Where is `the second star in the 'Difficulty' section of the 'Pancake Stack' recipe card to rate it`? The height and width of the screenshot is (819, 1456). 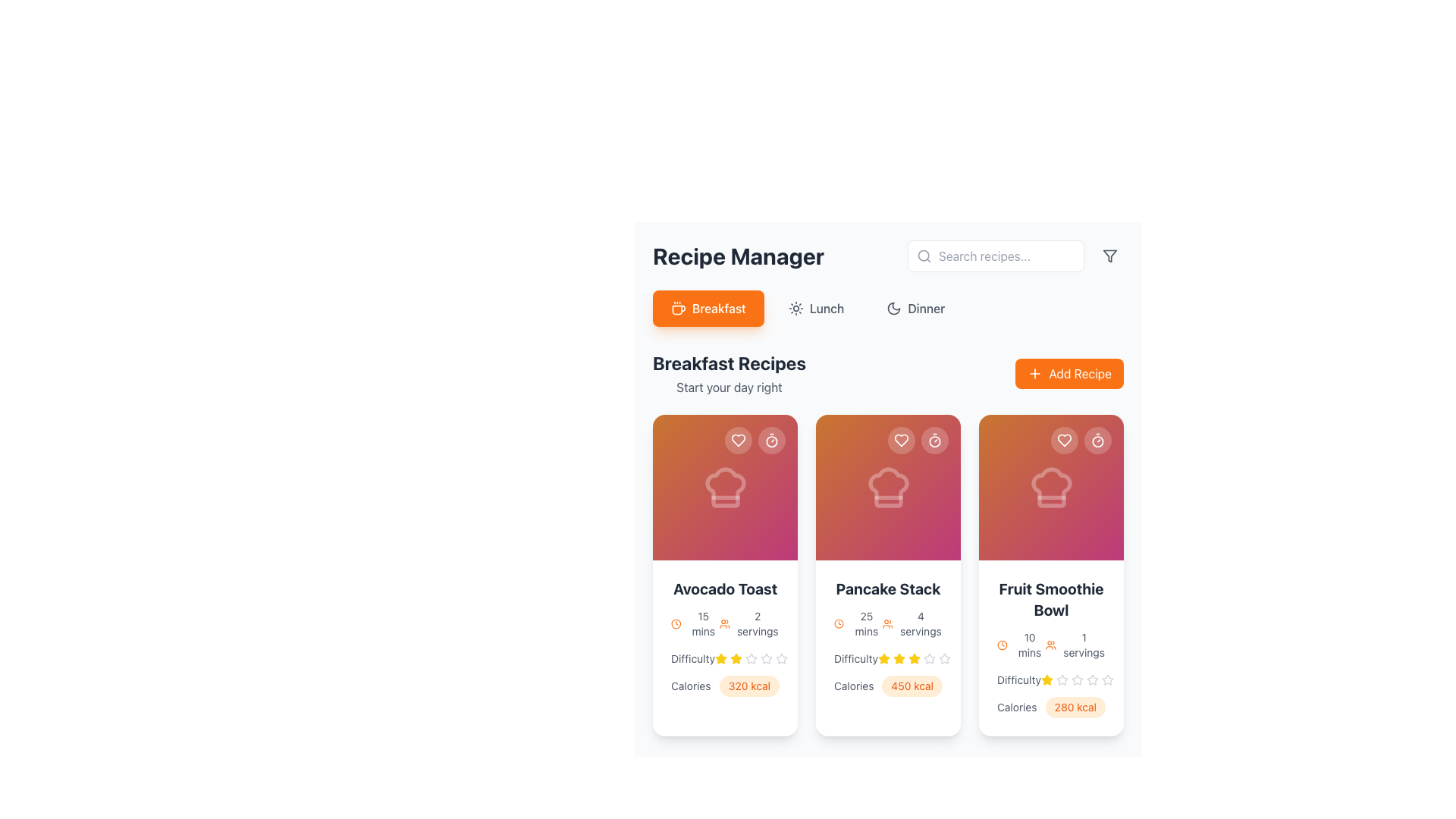 the second star in the 'Difficulty' section of the 'Pancake Stack' recipe card to rate it is located at coordinates (913, 657).